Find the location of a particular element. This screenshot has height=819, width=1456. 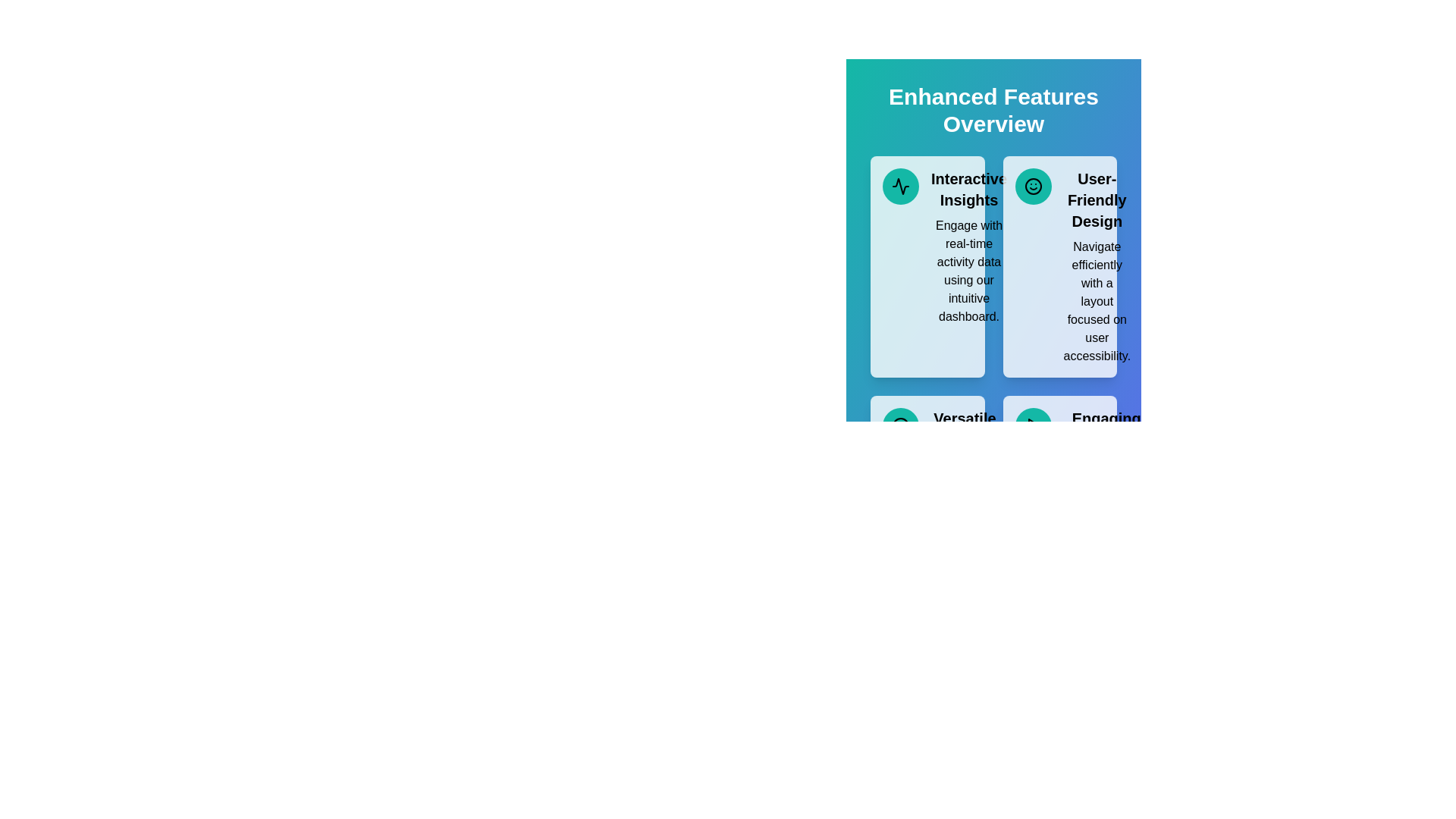

the 'User-Friendly Design' icon located at the top-left corner of the 'User-Friendly Design' section within the 'Enhanced Features Overview' grid layout is located at coordinates (1032, 186).